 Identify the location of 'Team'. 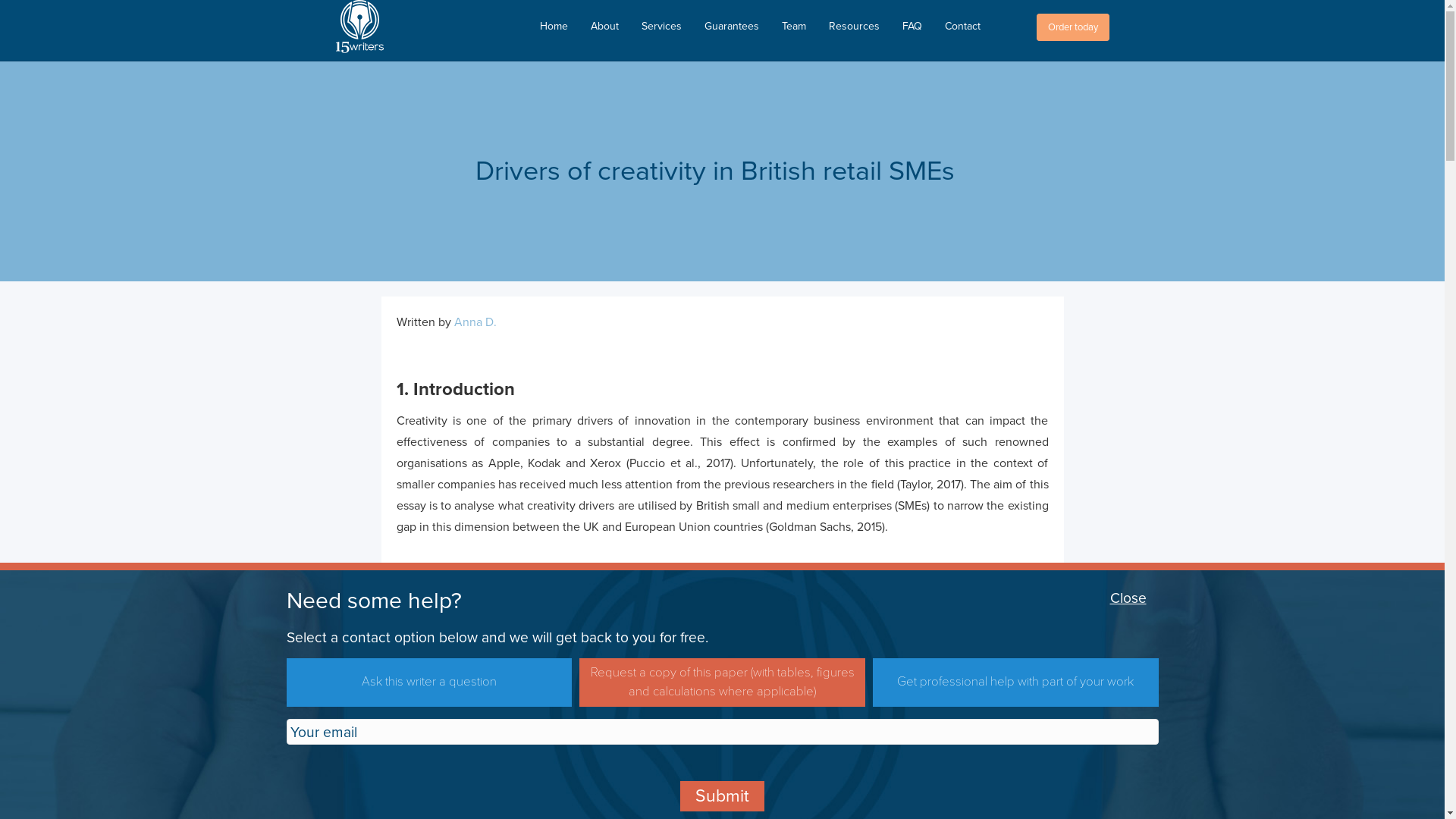
(792, 26).